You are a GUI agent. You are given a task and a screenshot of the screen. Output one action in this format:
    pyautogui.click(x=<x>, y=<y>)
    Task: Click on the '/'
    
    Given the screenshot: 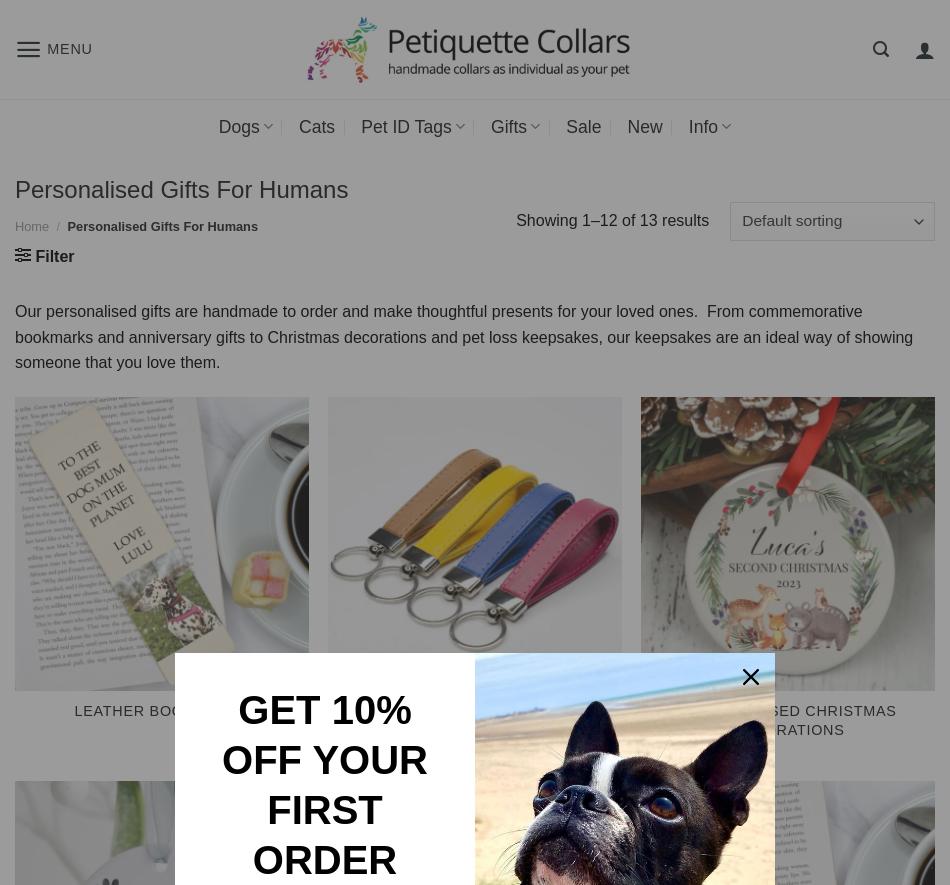 What is the action you would take?
    pyautogui.click(x=58, y=225)
    